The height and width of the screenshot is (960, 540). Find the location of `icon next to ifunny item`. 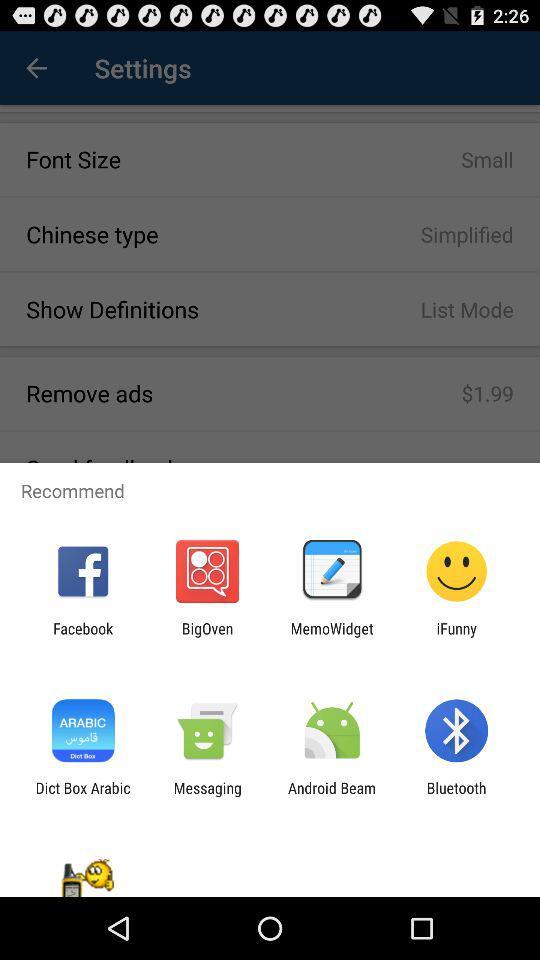

icon next to ifunny item is located at coordinates (332, 636).